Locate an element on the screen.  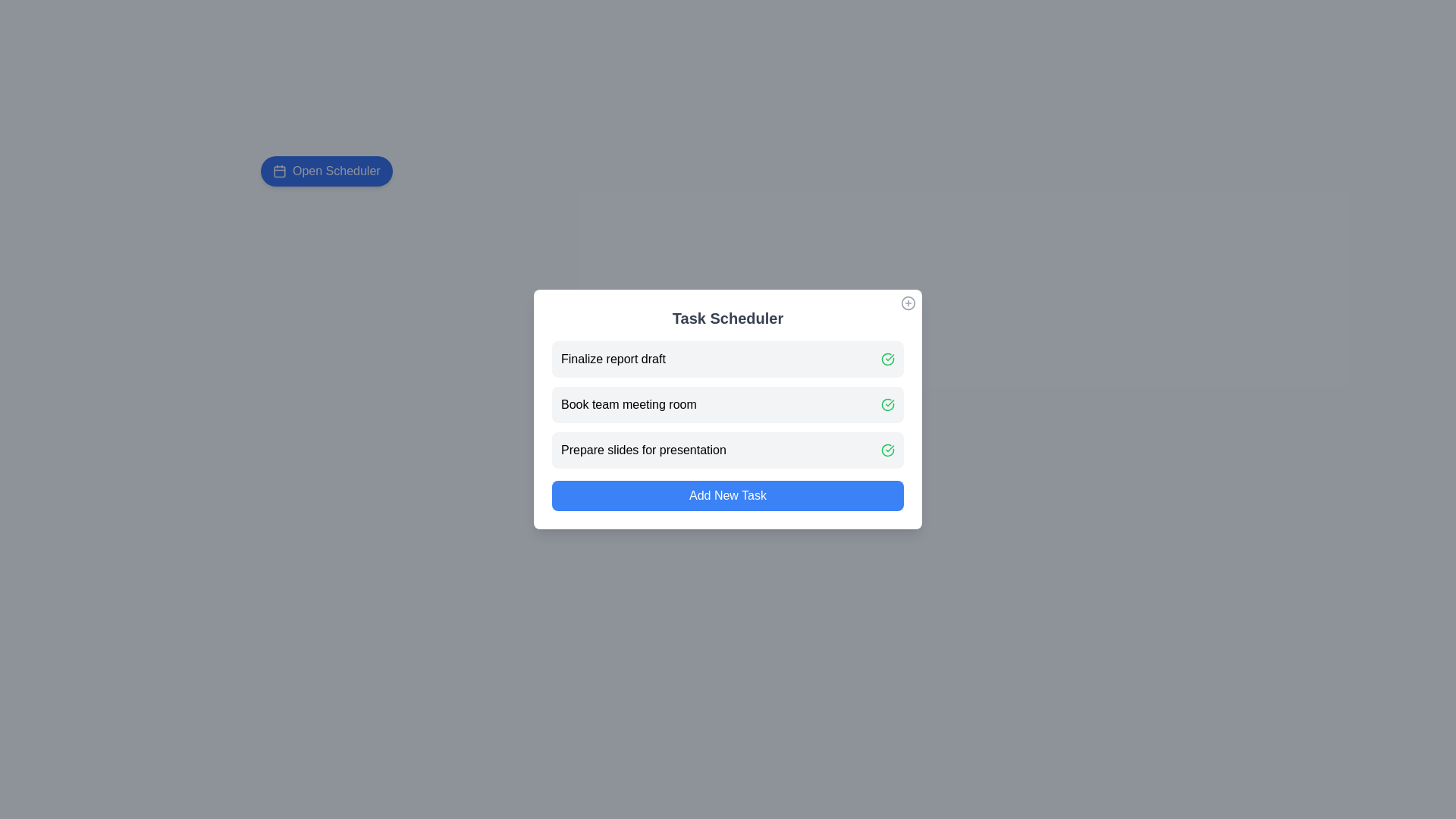
the success status icon located to the far-right of the 'Book team meeting room' task in the Task Scheduler list is located at coordinates (888, 403).